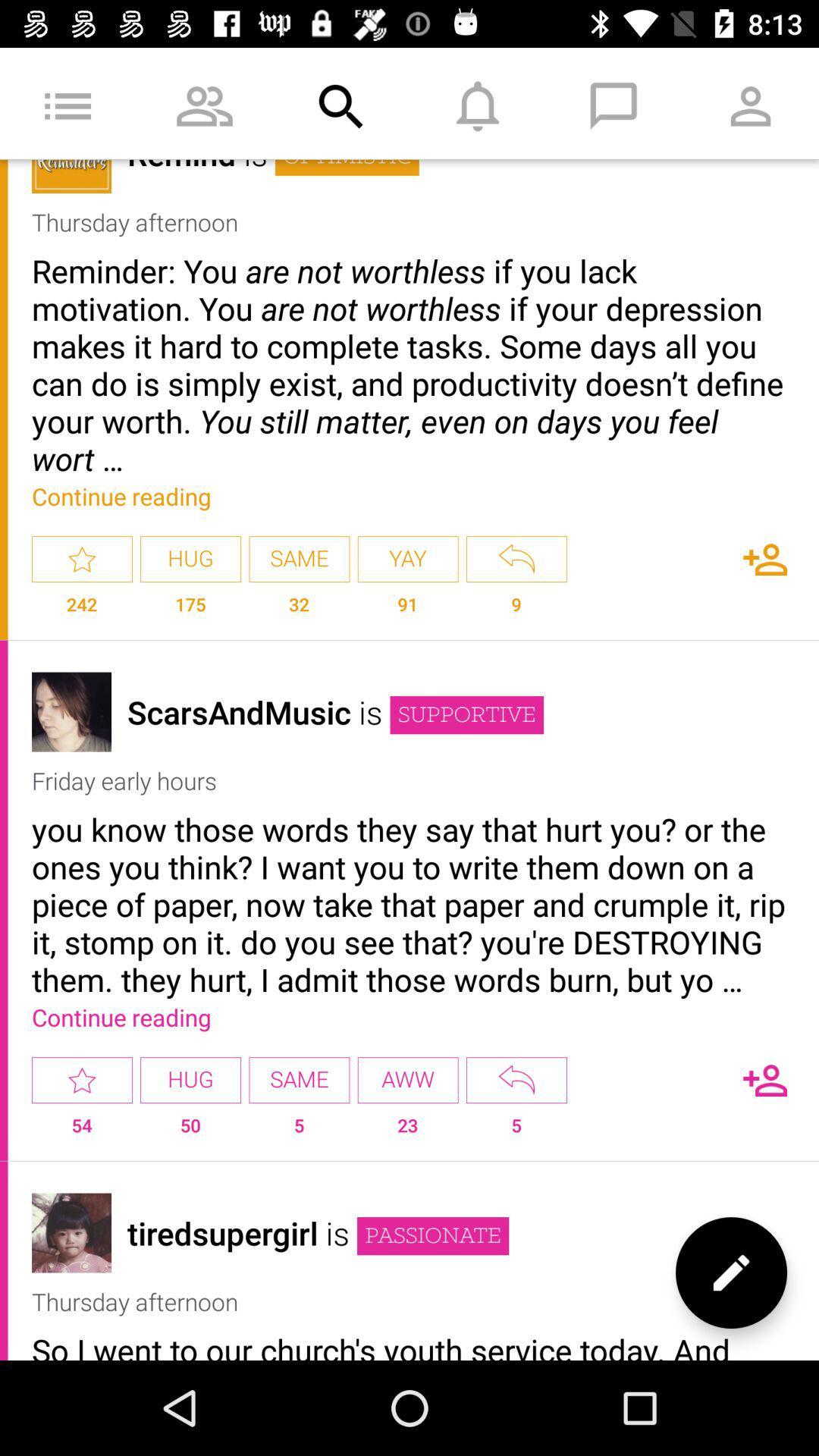 The image size is (819, 1456). I want to click on the icon to the left of hug icon, so click(82, 1131).